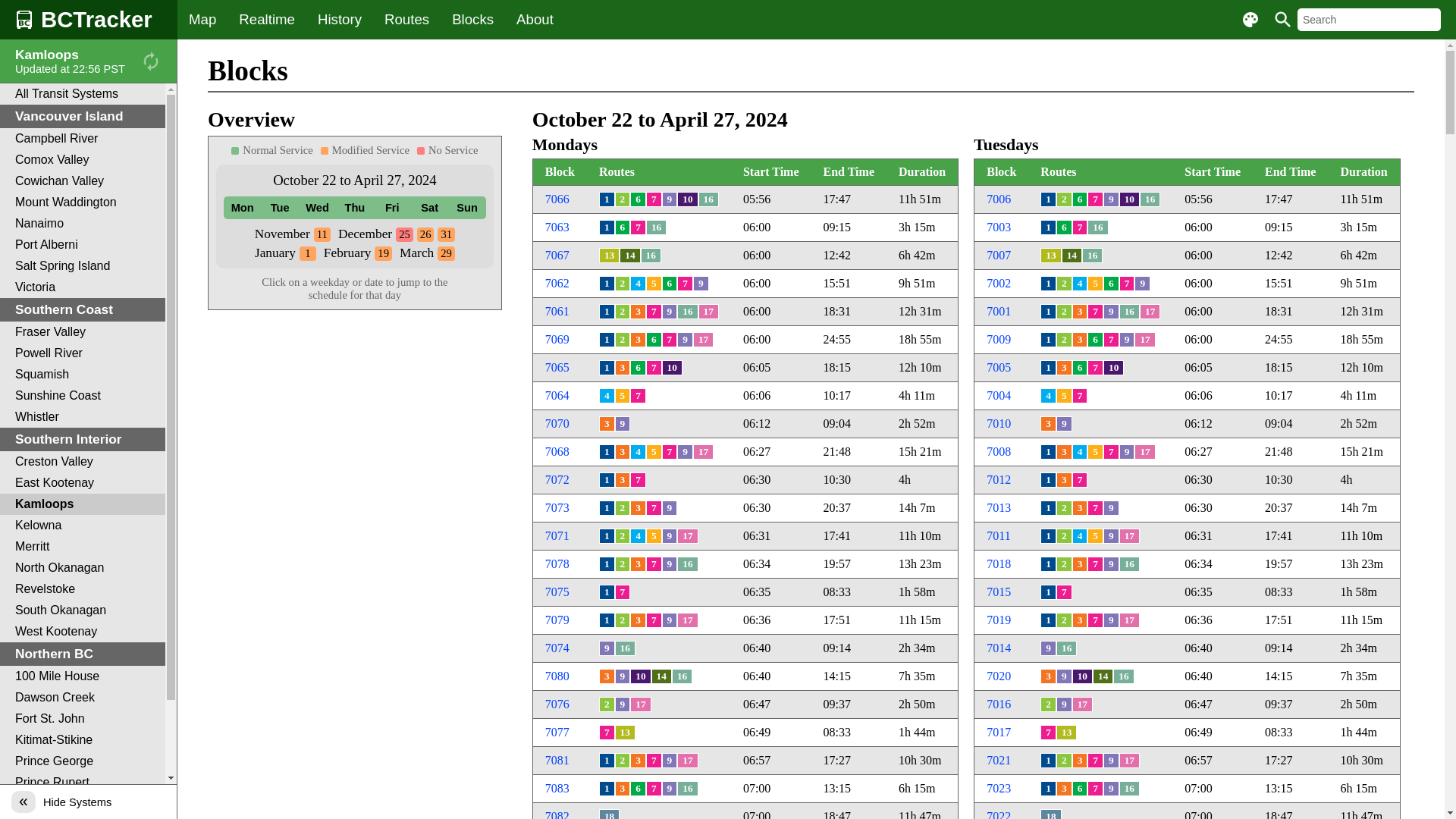 This screenshot has width=1456, height=819. I want to click on '2', so click(623, 311).